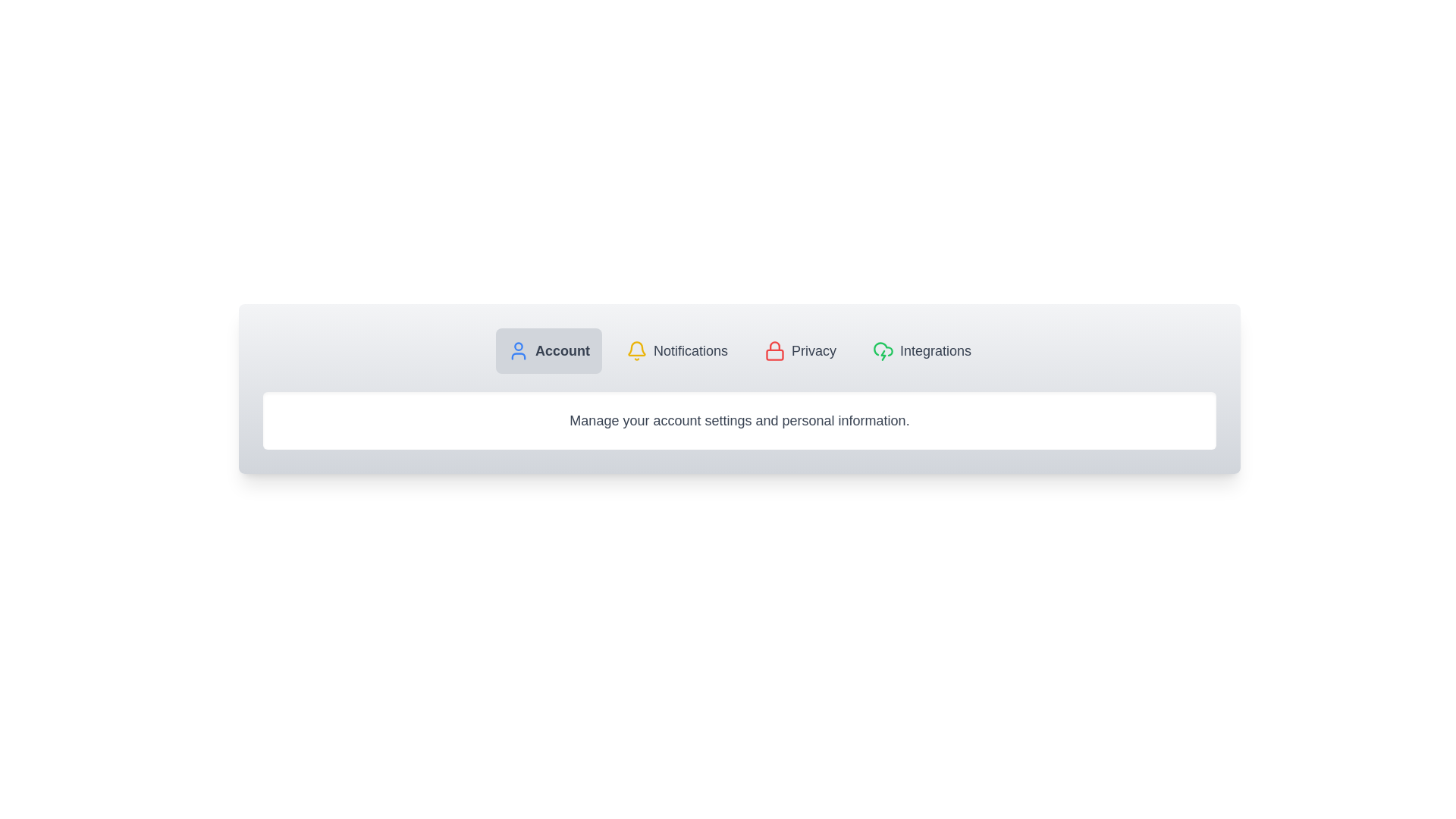 This screenshot has width=1456, height=819. What do you see at coordinates (775, 346) in the screenshot?
I see `the upper curved part of the lock icon located in the 'Privacy' section of the navigation bar for accessibility purposes` at bounding box center [775, 346].